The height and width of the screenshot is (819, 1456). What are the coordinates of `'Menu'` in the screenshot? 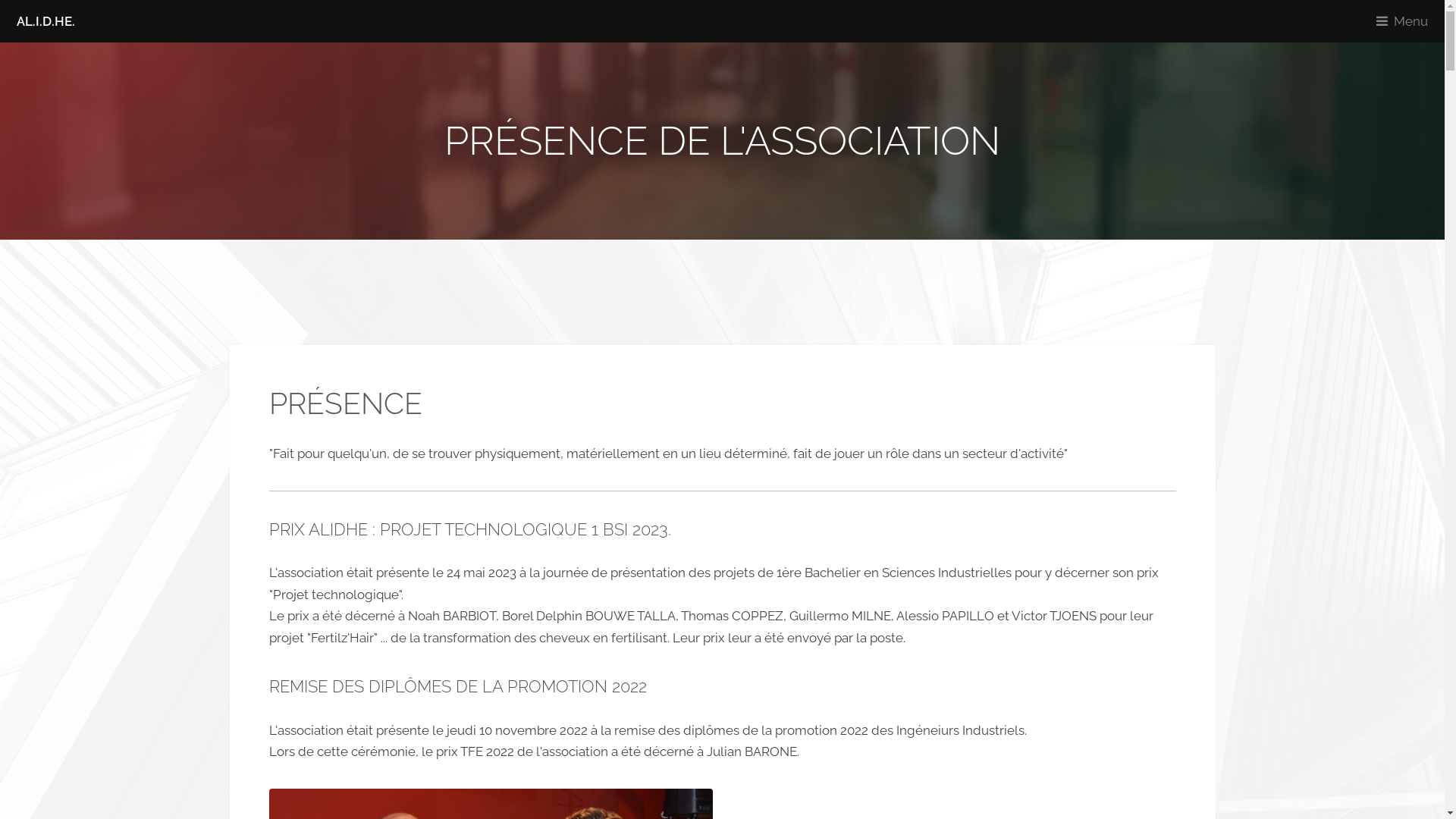 It's located at (1404, 20).